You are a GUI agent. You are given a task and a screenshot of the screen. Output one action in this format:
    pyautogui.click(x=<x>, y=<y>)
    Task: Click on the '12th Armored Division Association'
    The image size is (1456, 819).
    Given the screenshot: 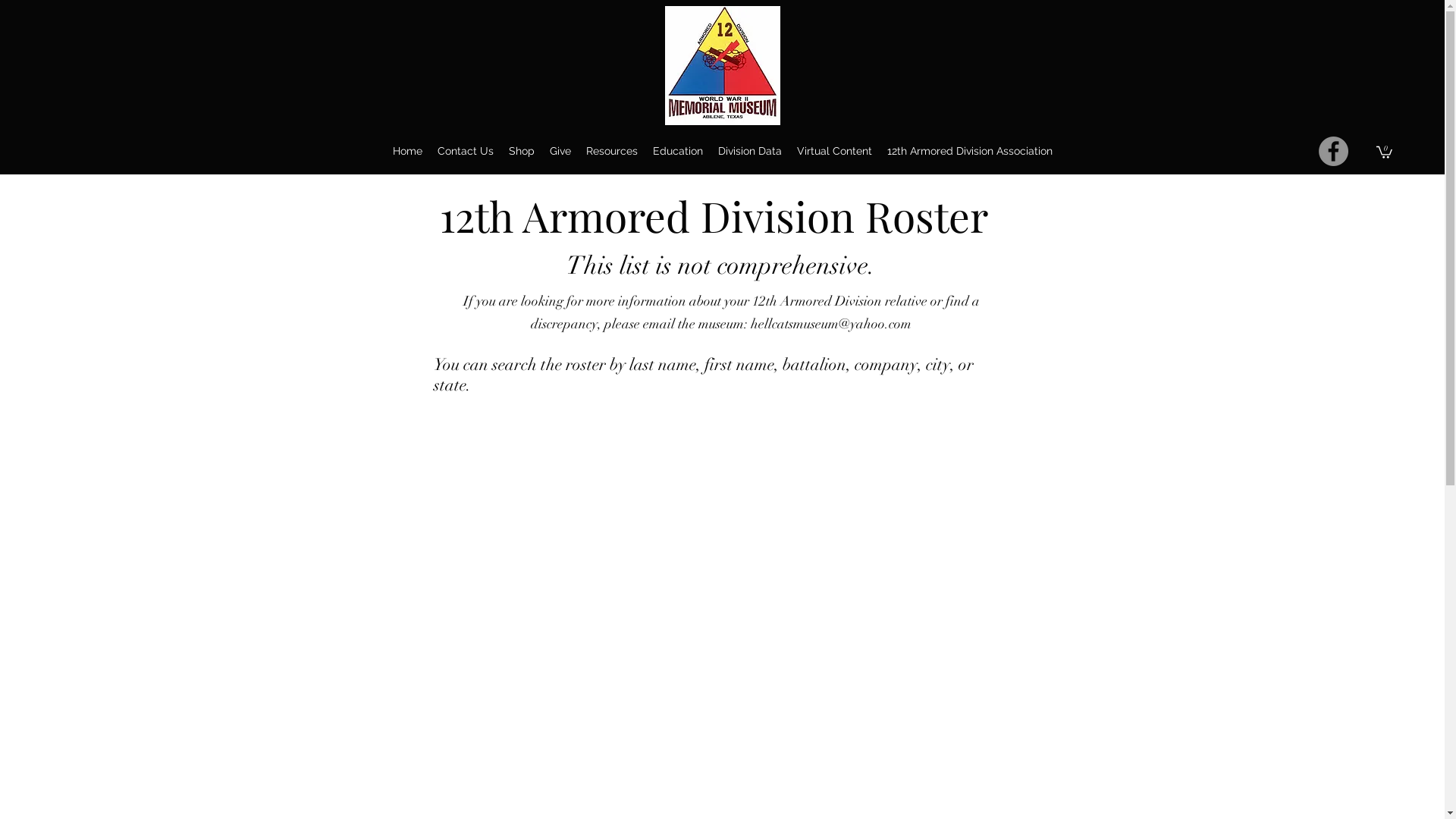 What is the action you would take?
    pyautogui.click(x=880, y=151)
    